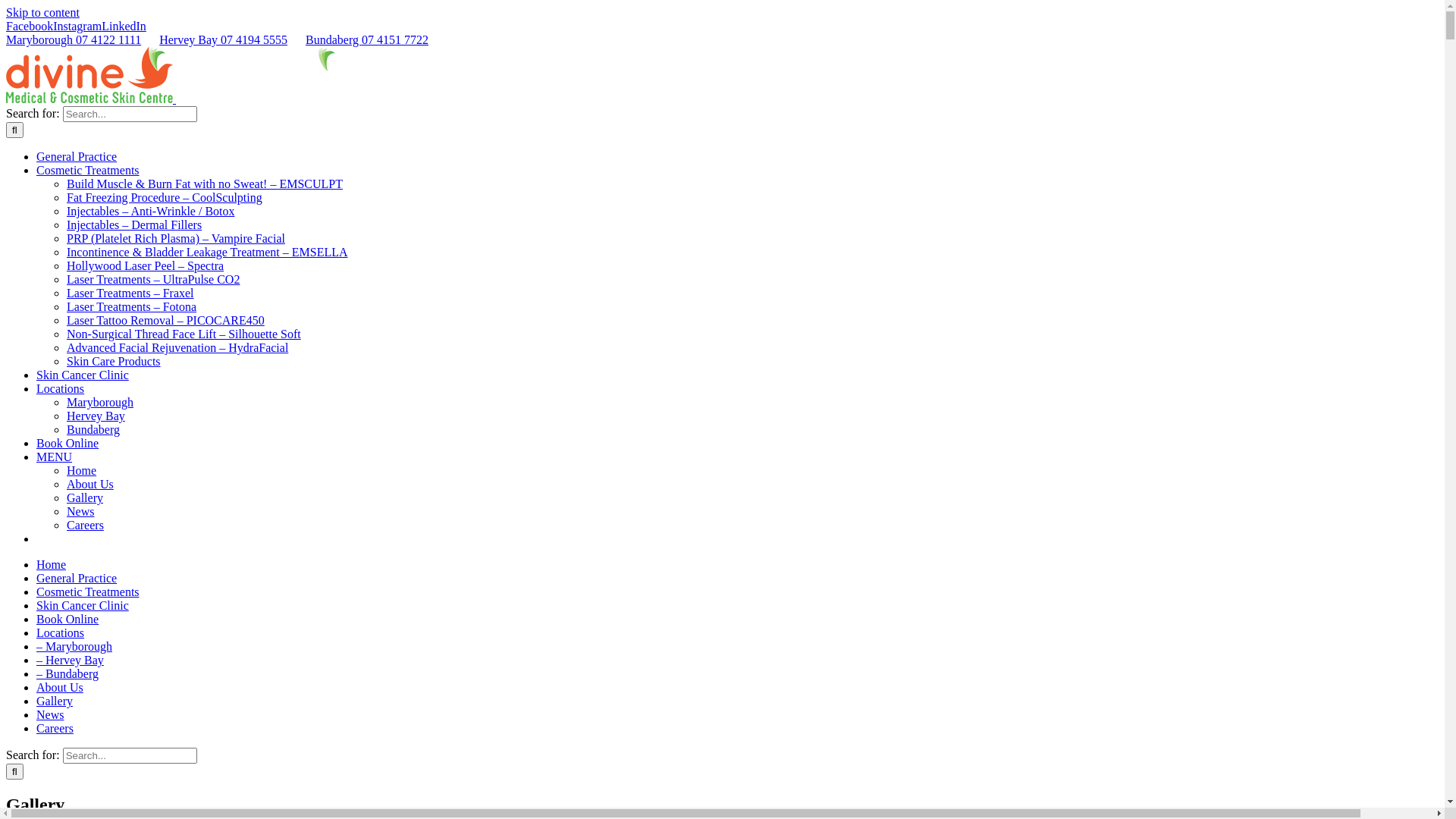 The width and height of the screenshot is (1456, 819). Describe the element at coordinates (101, 26) in the screenshot. I see `'LinkedIn'` at that location.